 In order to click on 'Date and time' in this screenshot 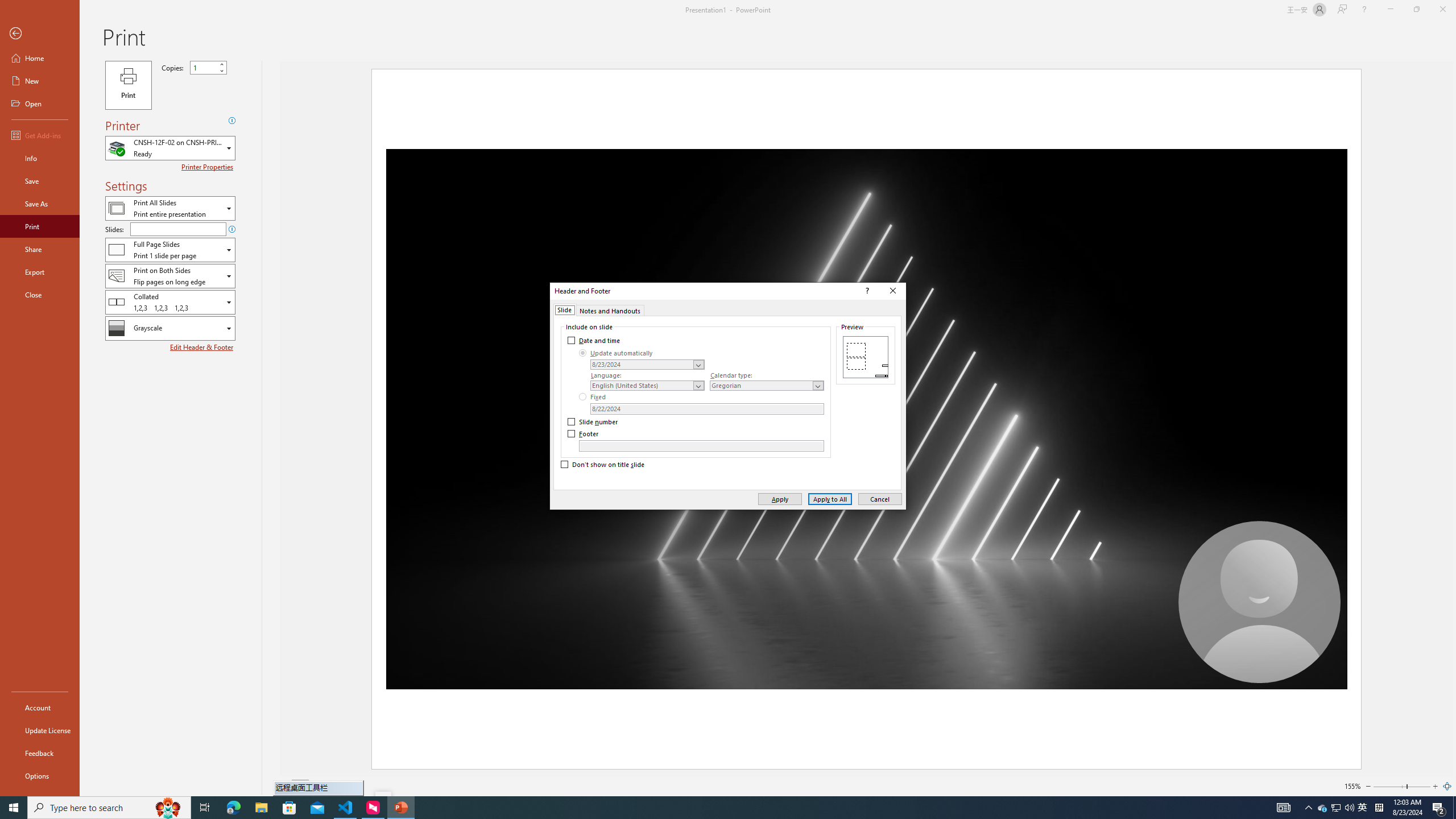, I will do `click(594, 340)`.